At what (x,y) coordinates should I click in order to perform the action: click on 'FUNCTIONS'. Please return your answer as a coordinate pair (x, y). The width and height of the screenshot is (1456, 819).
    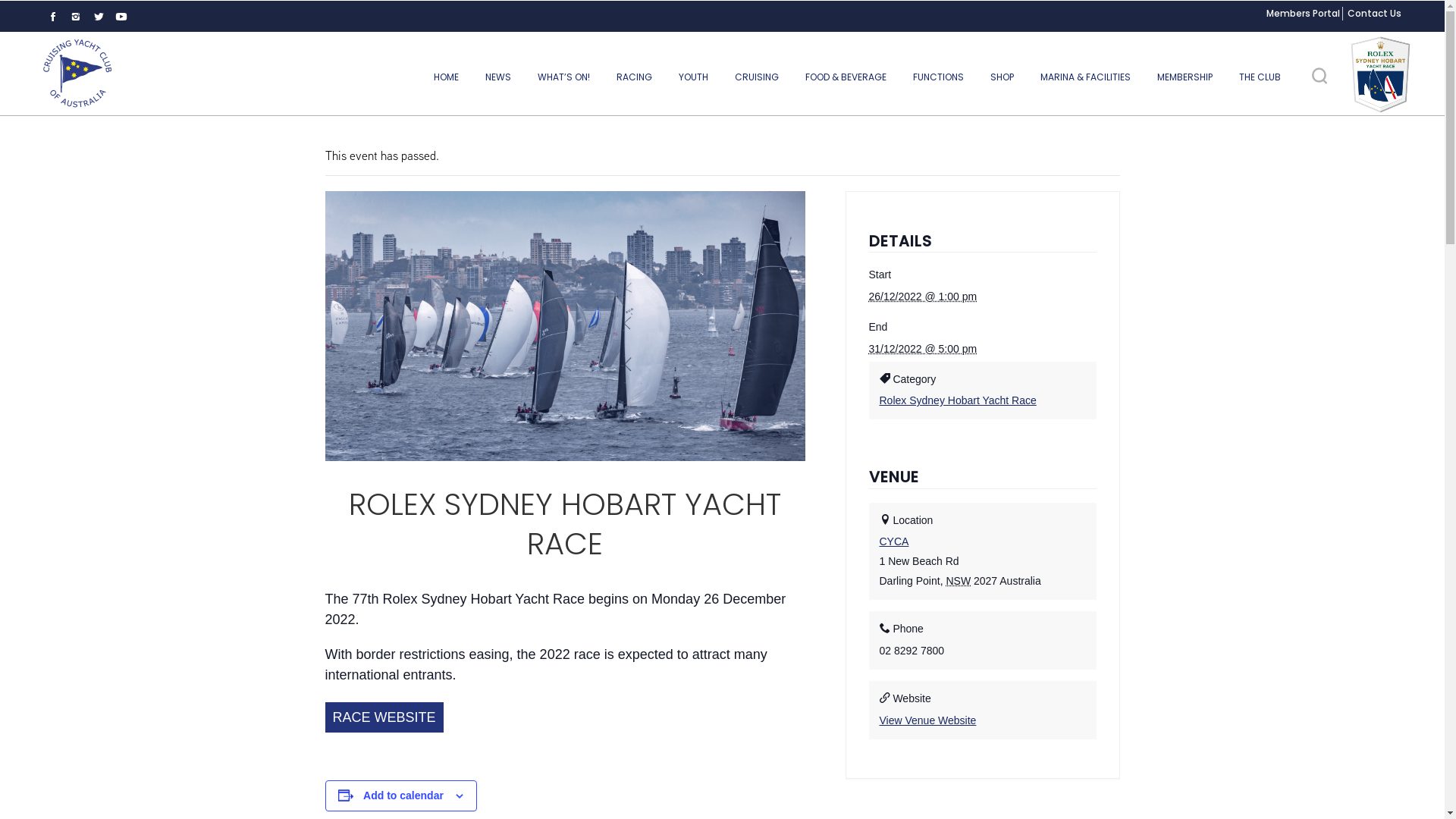
    Looking at the image, I should click on (937, 77).